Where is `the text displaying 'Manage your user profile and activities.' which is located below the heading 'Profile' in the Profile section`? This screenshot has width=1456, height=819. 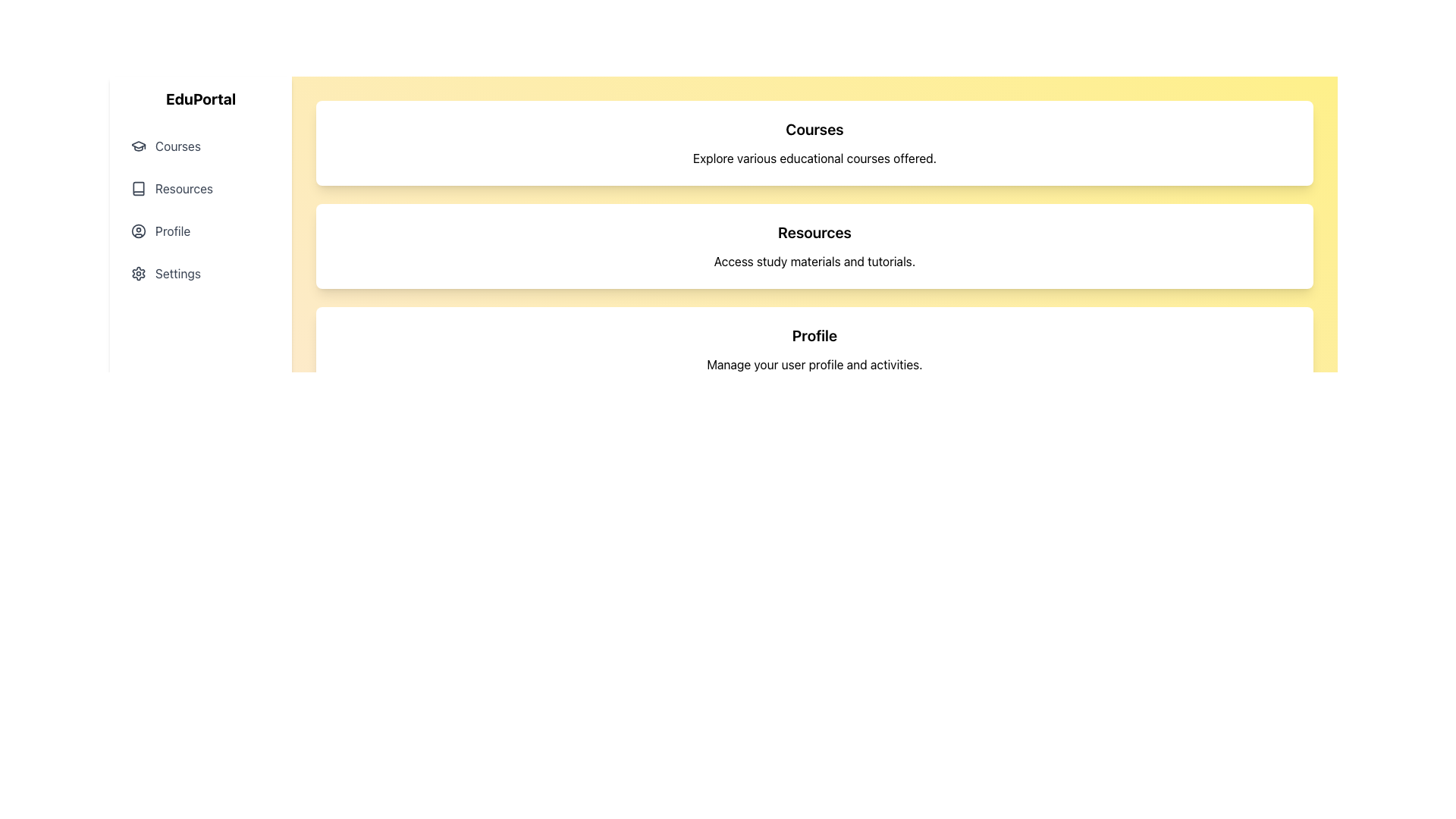
the text displaying 'Manage your user profile and activities.' which is located below the heading 'Profile' in the Profile section is located at coordinates (814, 365).